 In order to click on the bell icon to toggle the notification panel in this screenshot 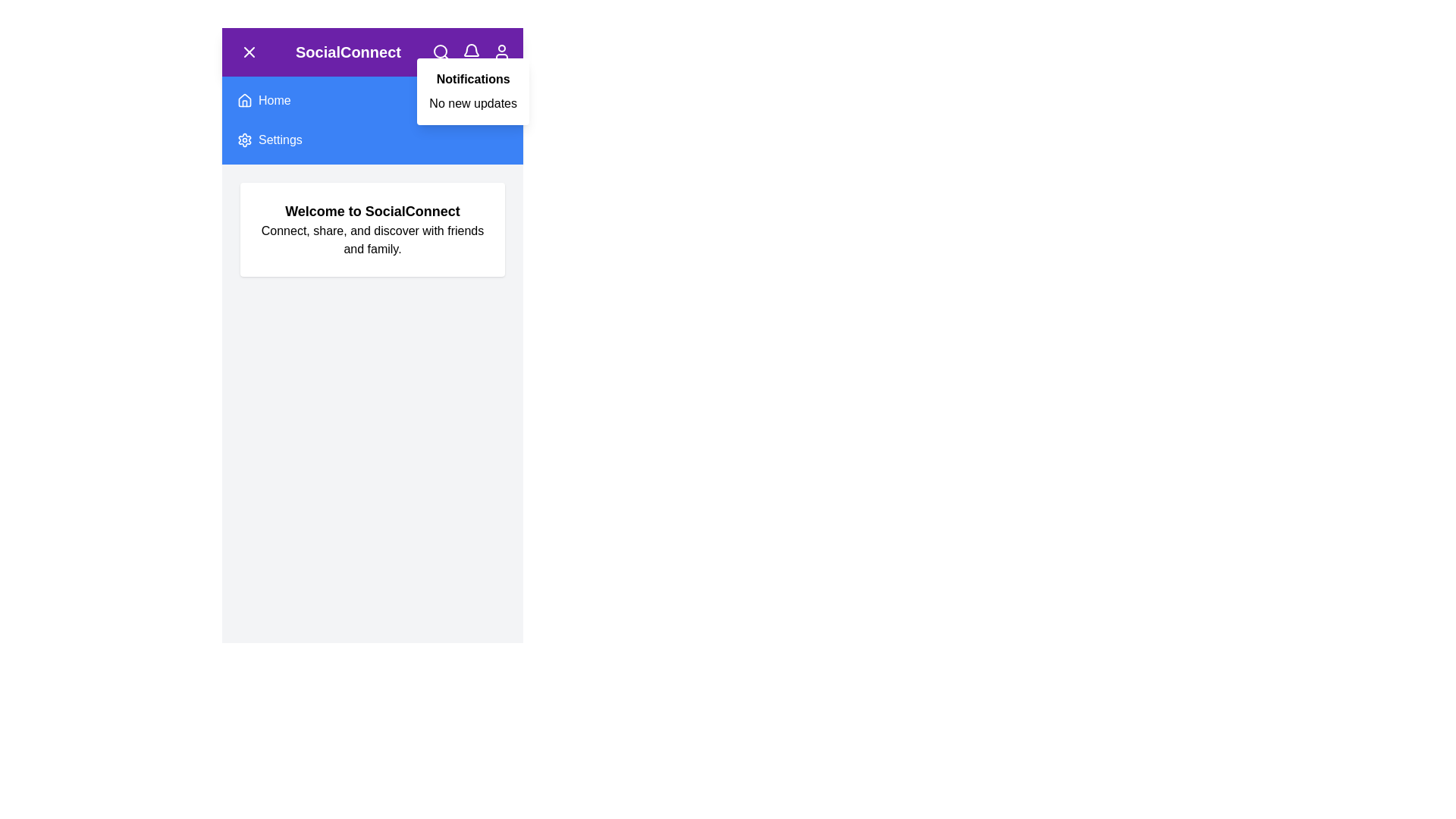, I will do `click(470, 52)`.